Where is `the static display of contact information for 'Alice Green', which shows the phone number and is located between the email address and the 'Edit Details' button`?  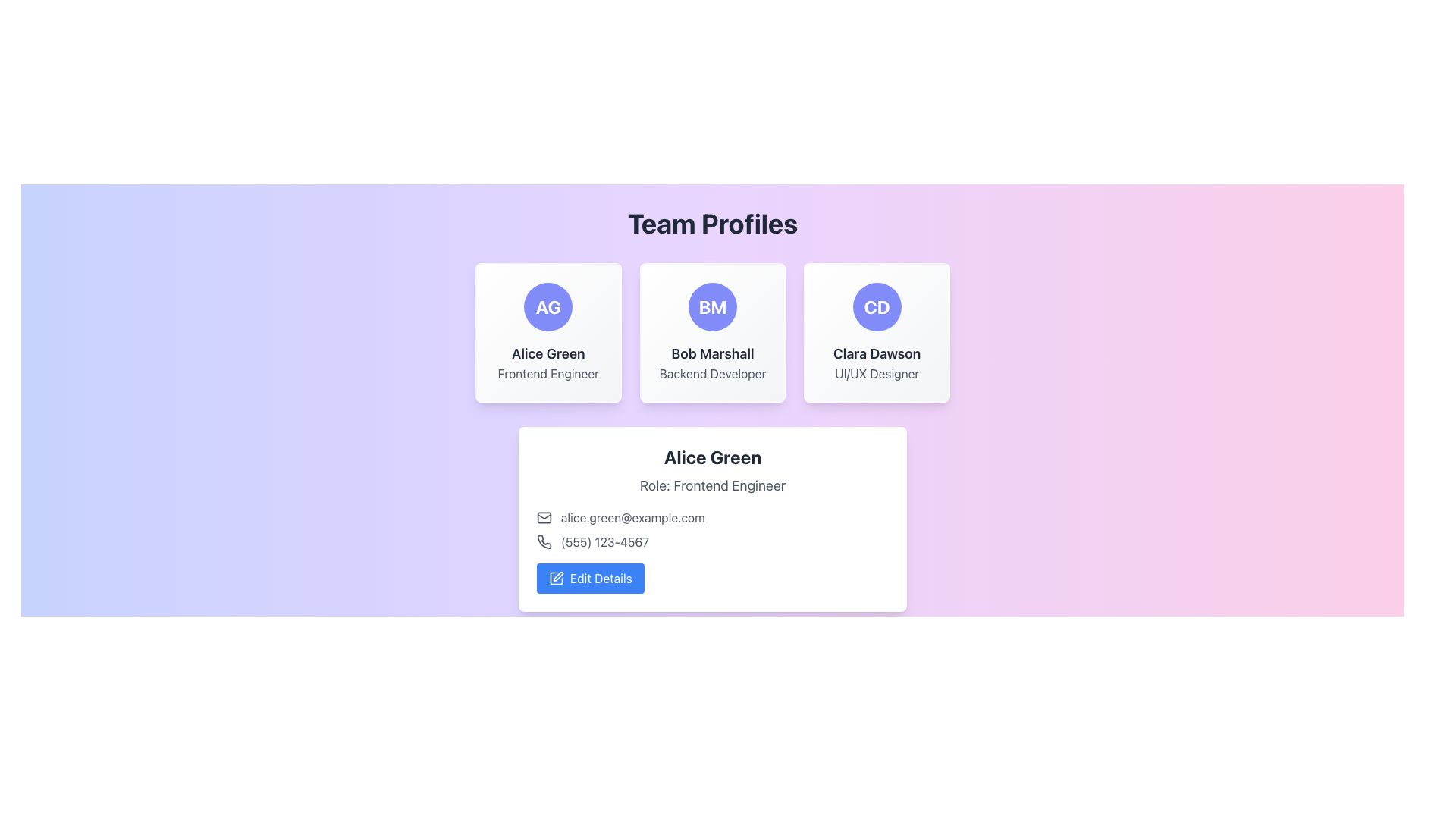
the static display of contact information for 'Alice Green', which shows the phone number and is located between the email address and the 'Edit Details' button is located at coordinates (712, 541).